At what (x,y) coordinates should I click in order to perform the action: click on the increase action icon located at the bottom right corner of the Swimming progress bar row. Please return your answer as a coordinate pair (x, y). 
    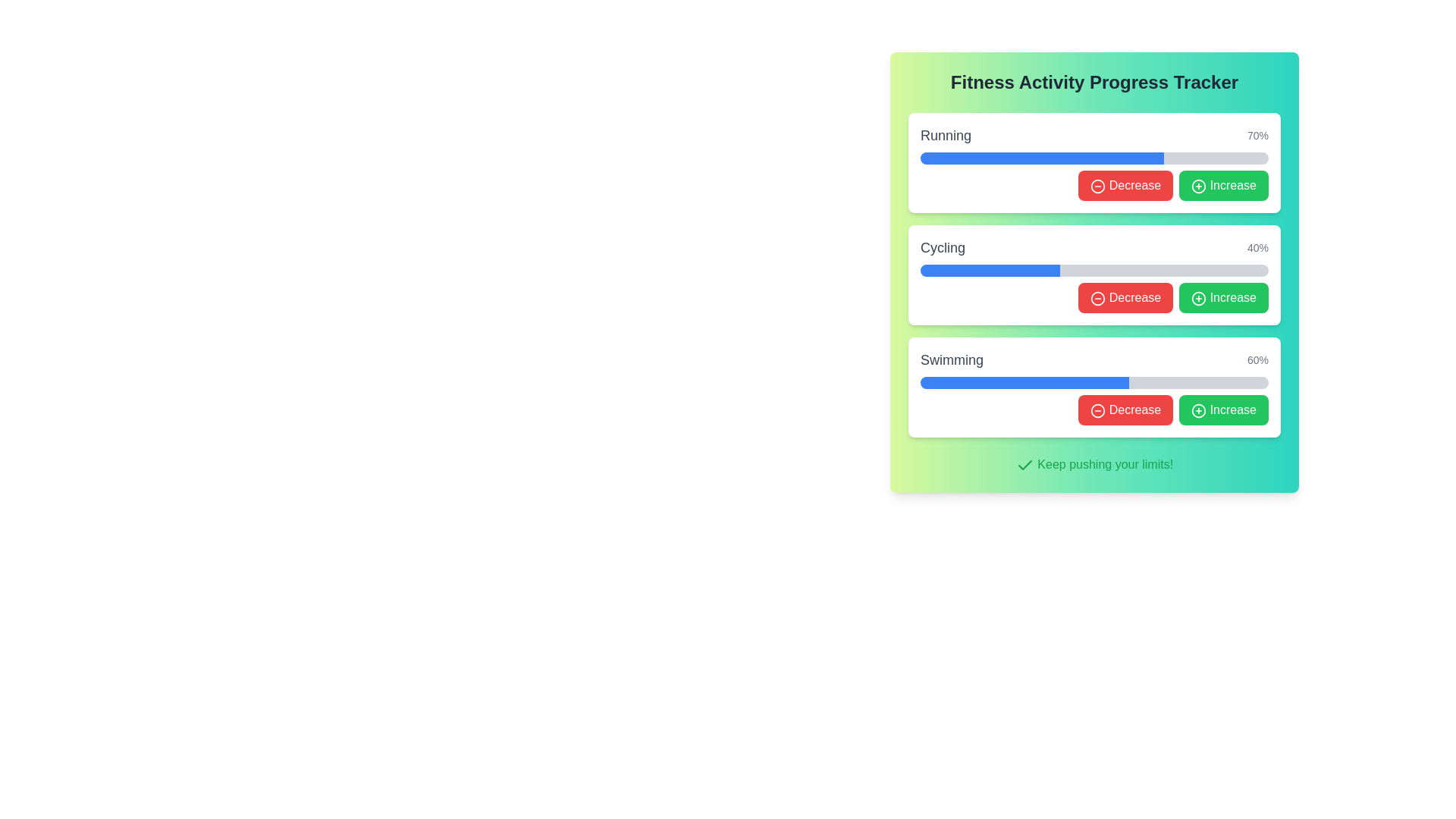
    Looking at the image, I should click on (1198, 410).